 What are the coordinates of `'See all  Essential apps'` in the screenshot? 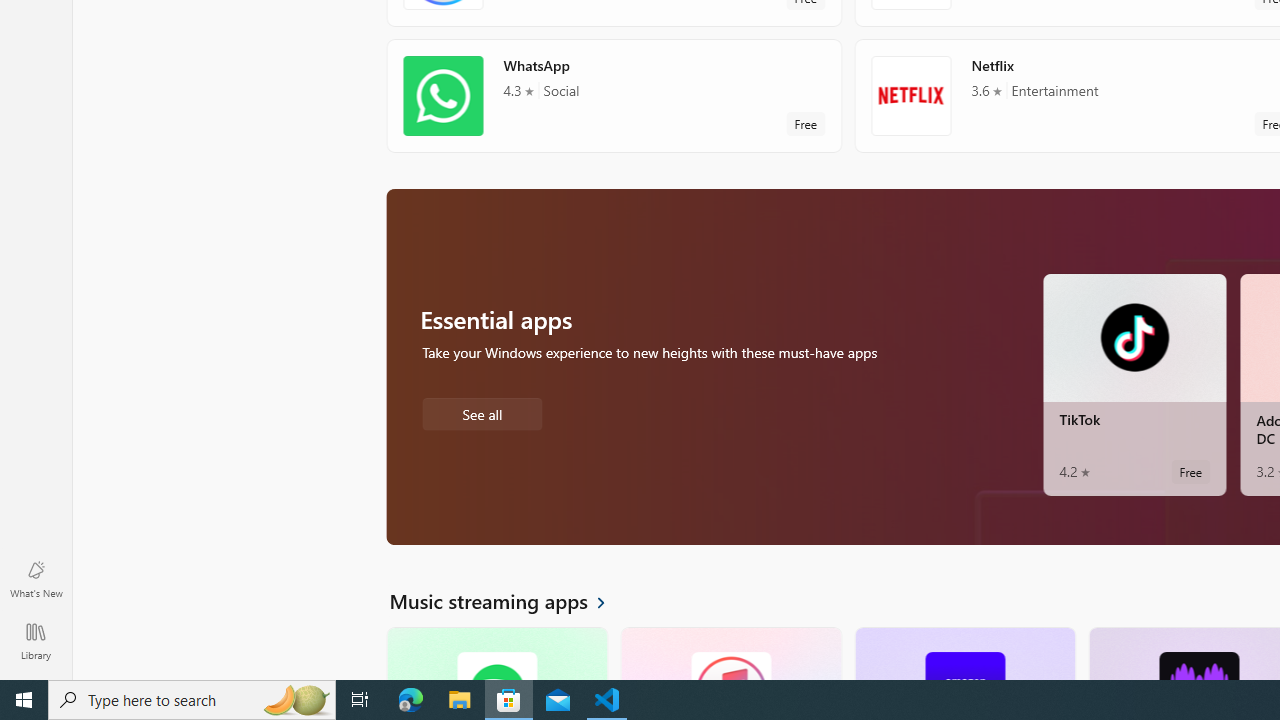 It's located at (481, 411).